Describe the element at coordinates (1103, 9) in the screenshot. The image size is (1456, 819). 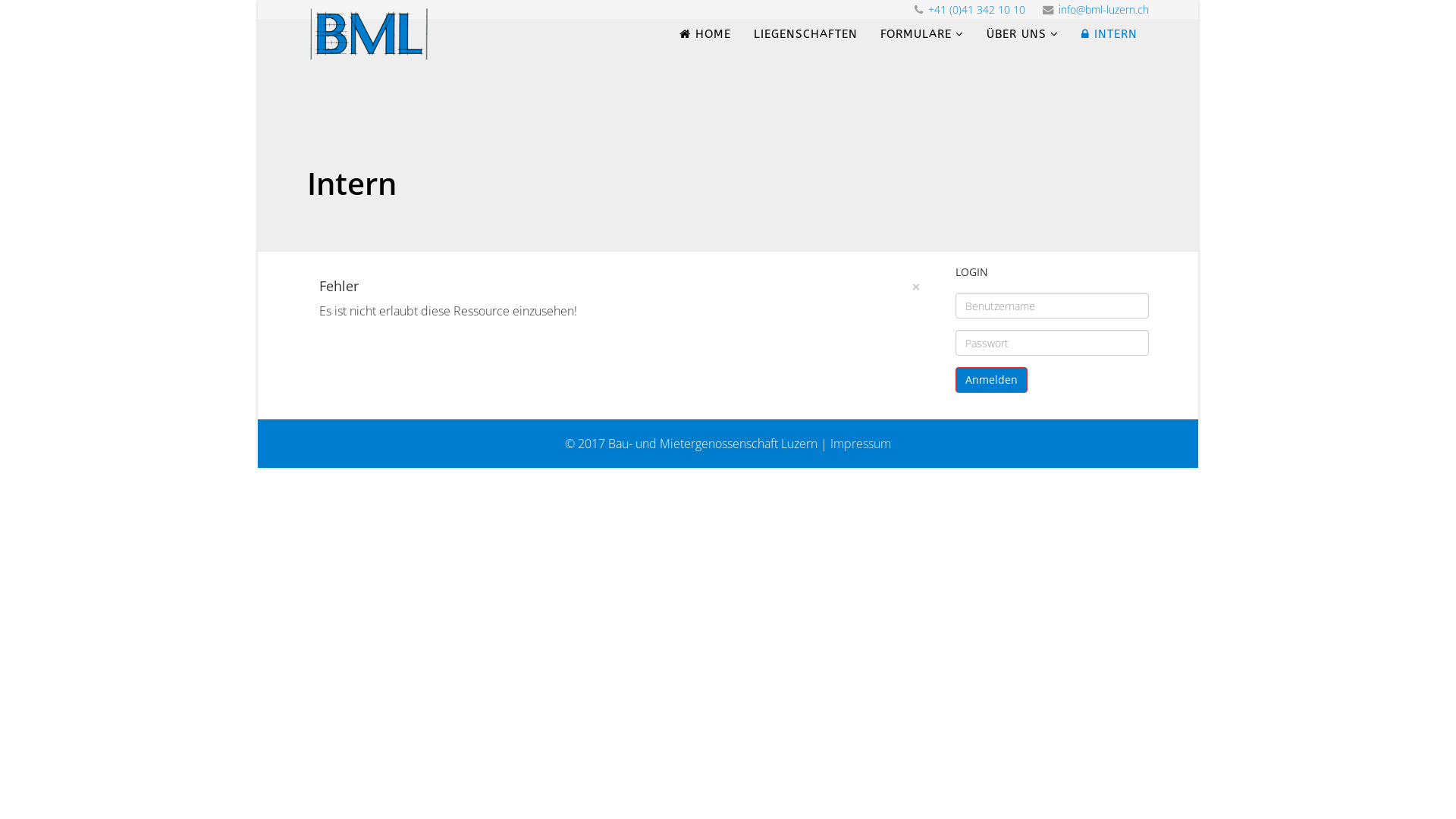
I see `'info@bml-luzern.ch'` at that location.